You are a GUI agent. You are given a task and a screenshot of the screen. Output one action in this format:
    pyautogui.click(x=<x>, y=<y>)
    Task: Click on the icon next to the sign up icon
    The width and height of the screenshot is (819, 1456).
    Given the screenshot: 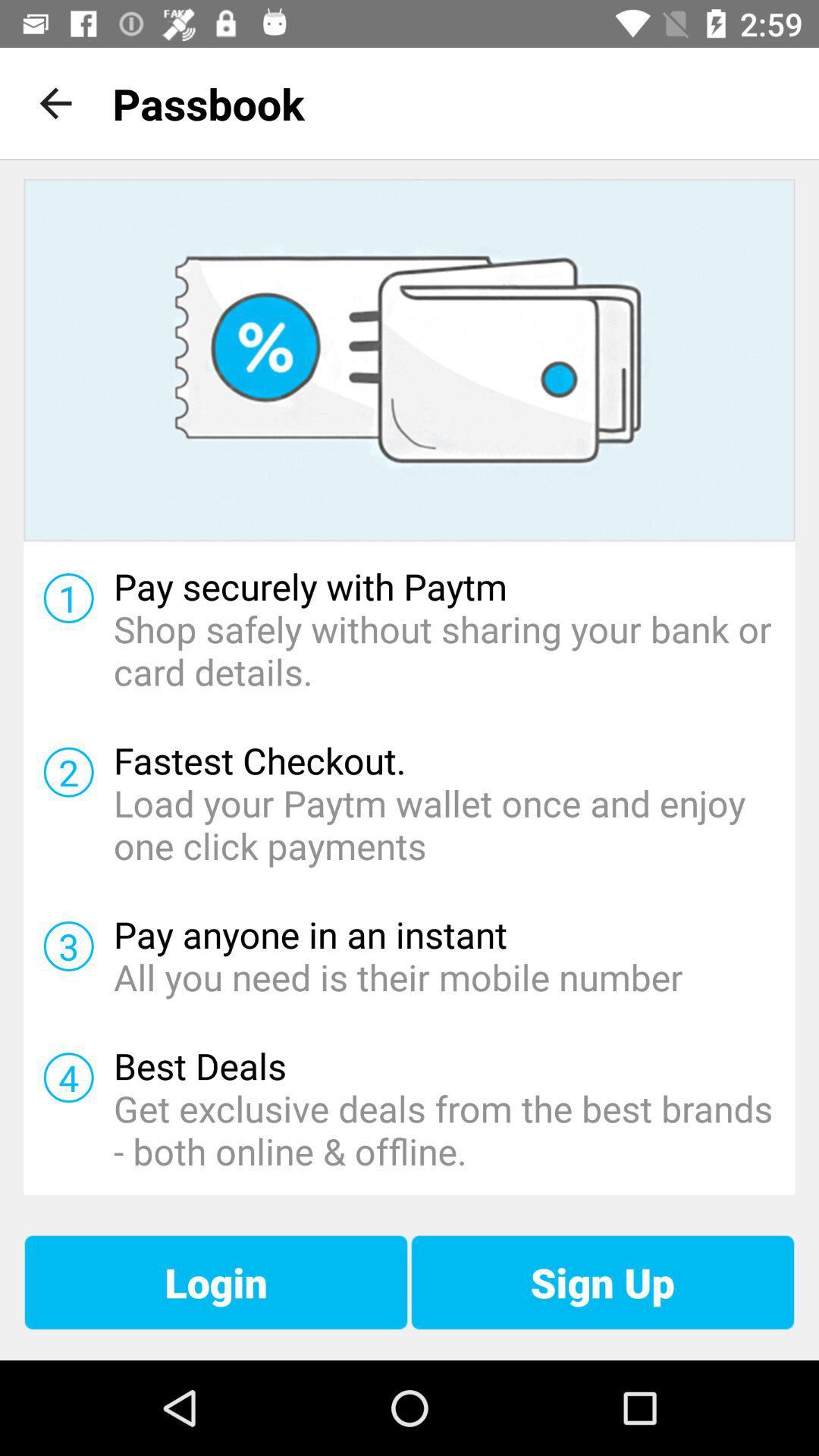 What is the action you would take?
    pyautogui.click(x=216, y=1282)
    